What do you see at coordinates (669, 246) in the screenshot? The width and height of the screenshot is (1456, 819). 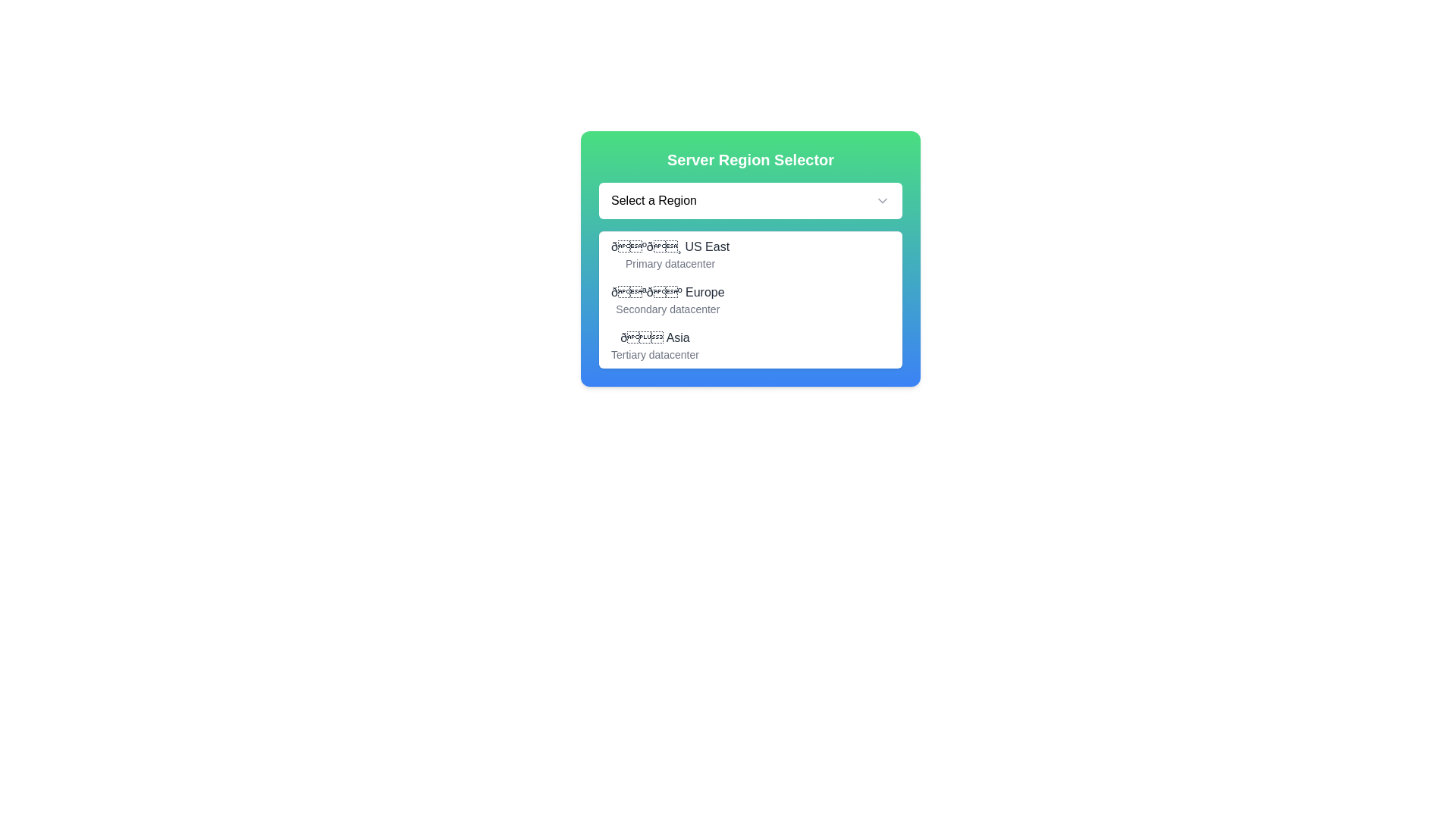 I see `the dropdown option labeled '🇺🇸 US East'` at bounding box center [669, 246].